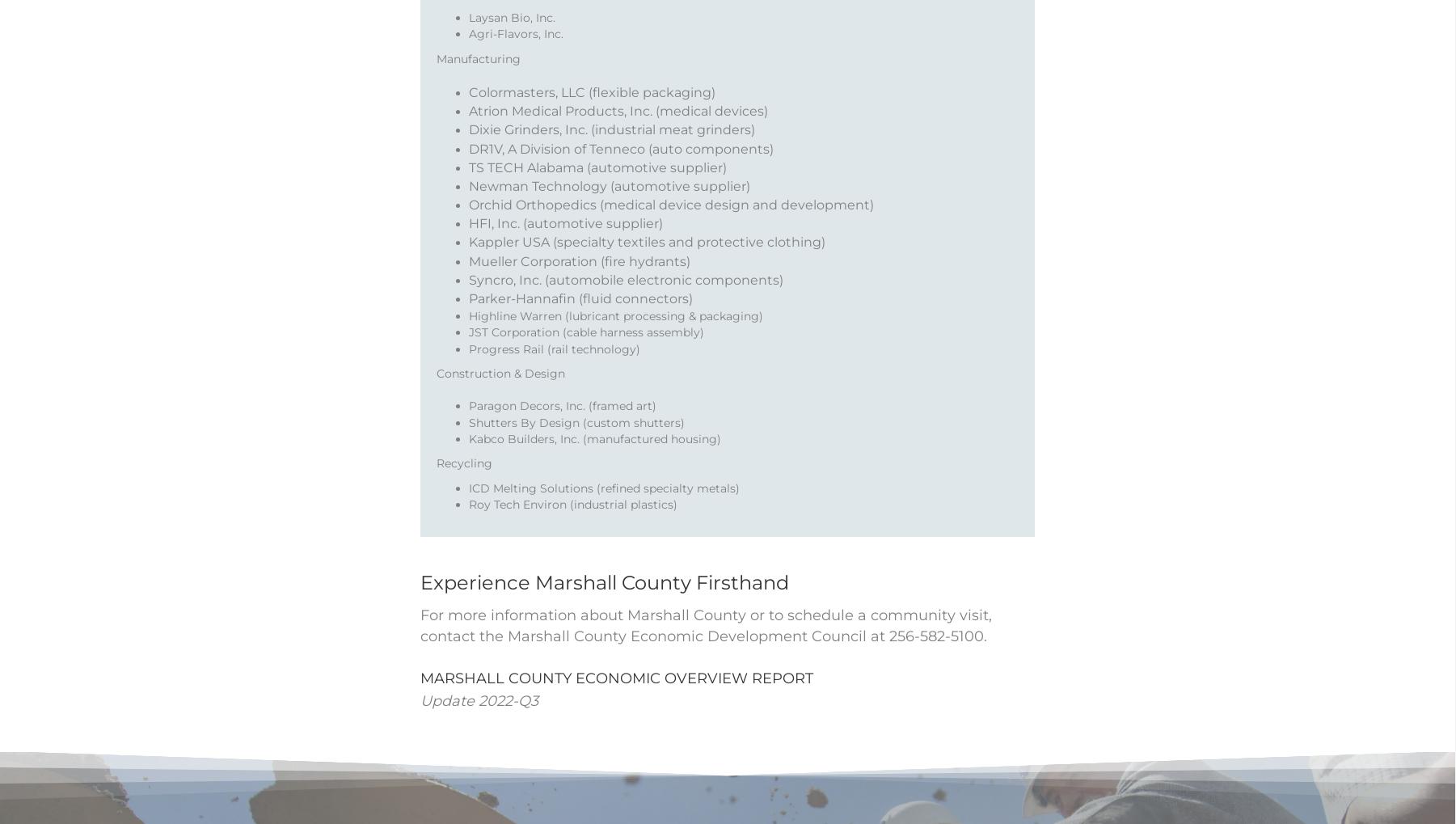 The image size is (1456, 824). Describe the element at coordinates (580, 319) in the screenshot. I see `'Parker-Hannafin (fluid connectors)'` at that location.